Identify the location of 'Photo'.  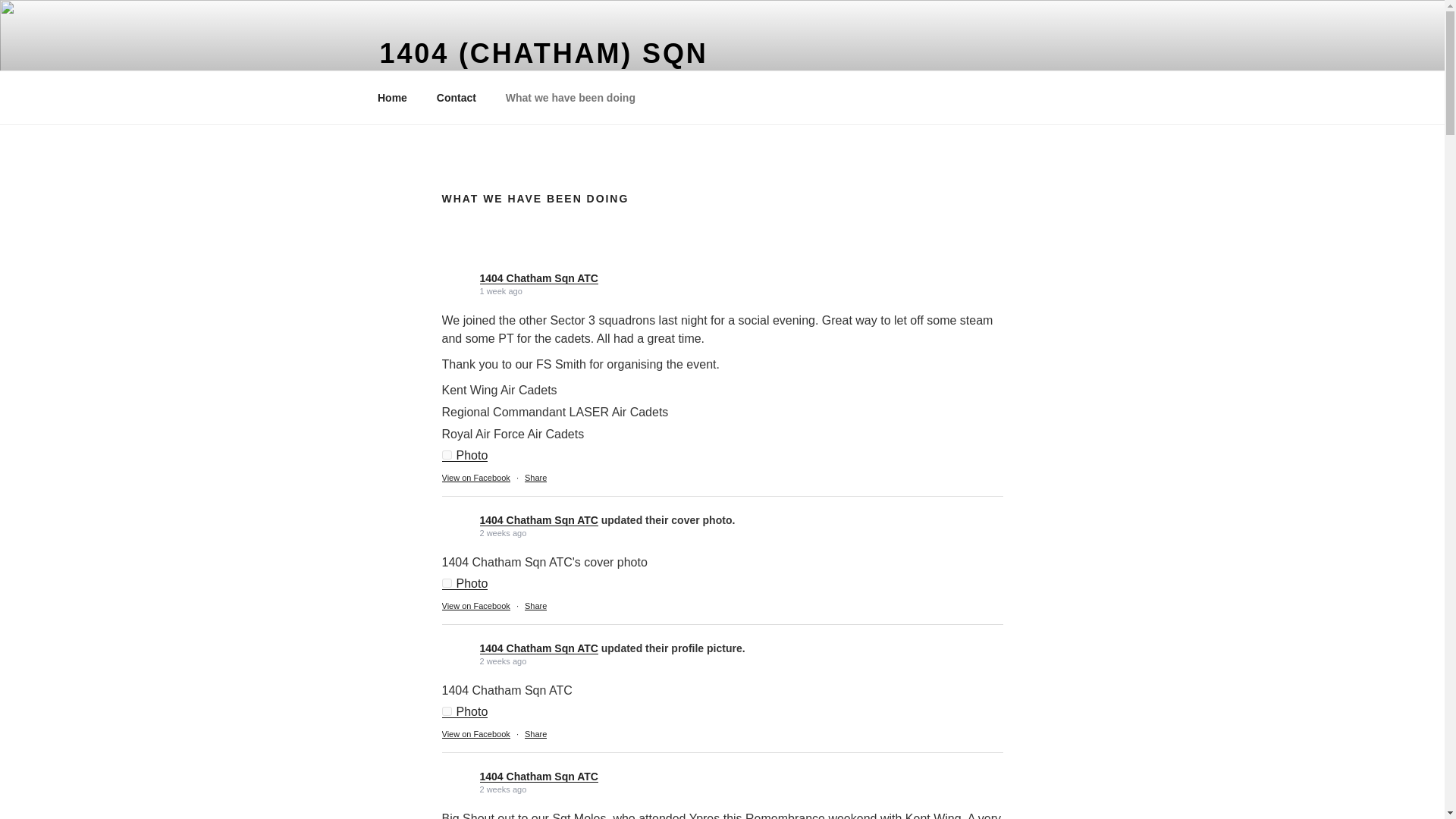
(440, 582).